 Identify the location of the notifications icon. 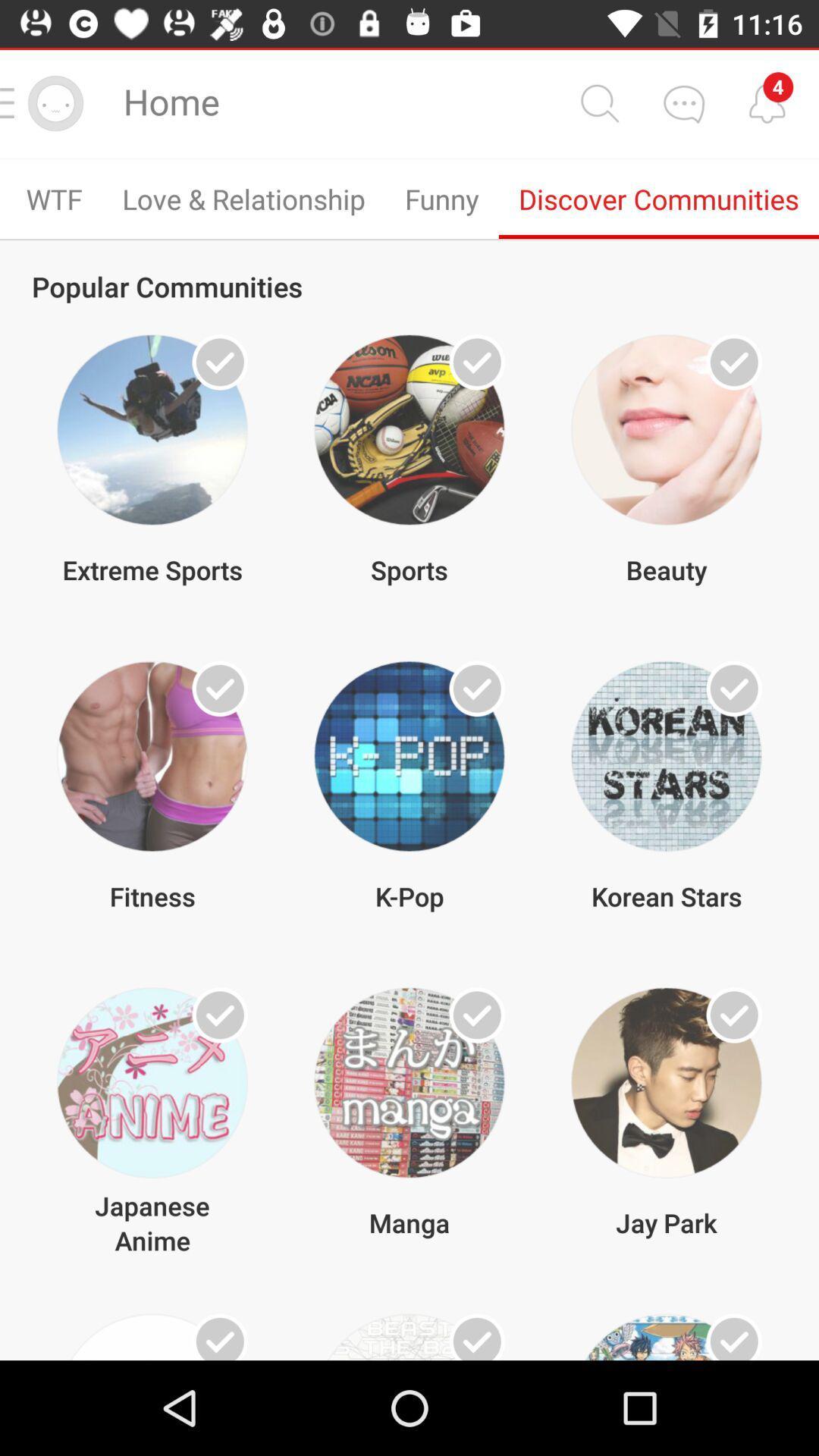
(767, 102).